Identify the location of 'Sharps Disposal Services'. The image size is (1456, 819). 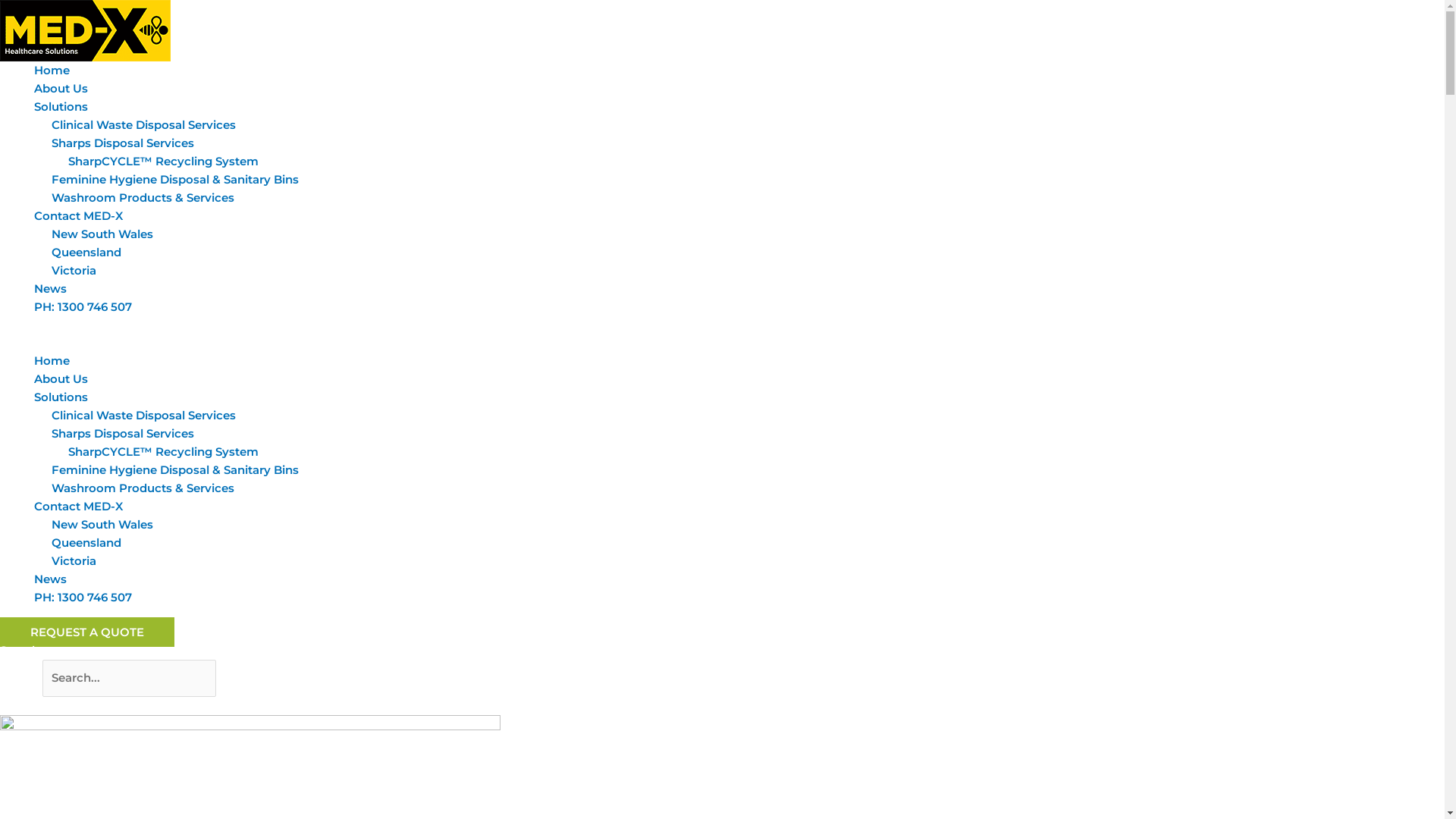
(123, 143).